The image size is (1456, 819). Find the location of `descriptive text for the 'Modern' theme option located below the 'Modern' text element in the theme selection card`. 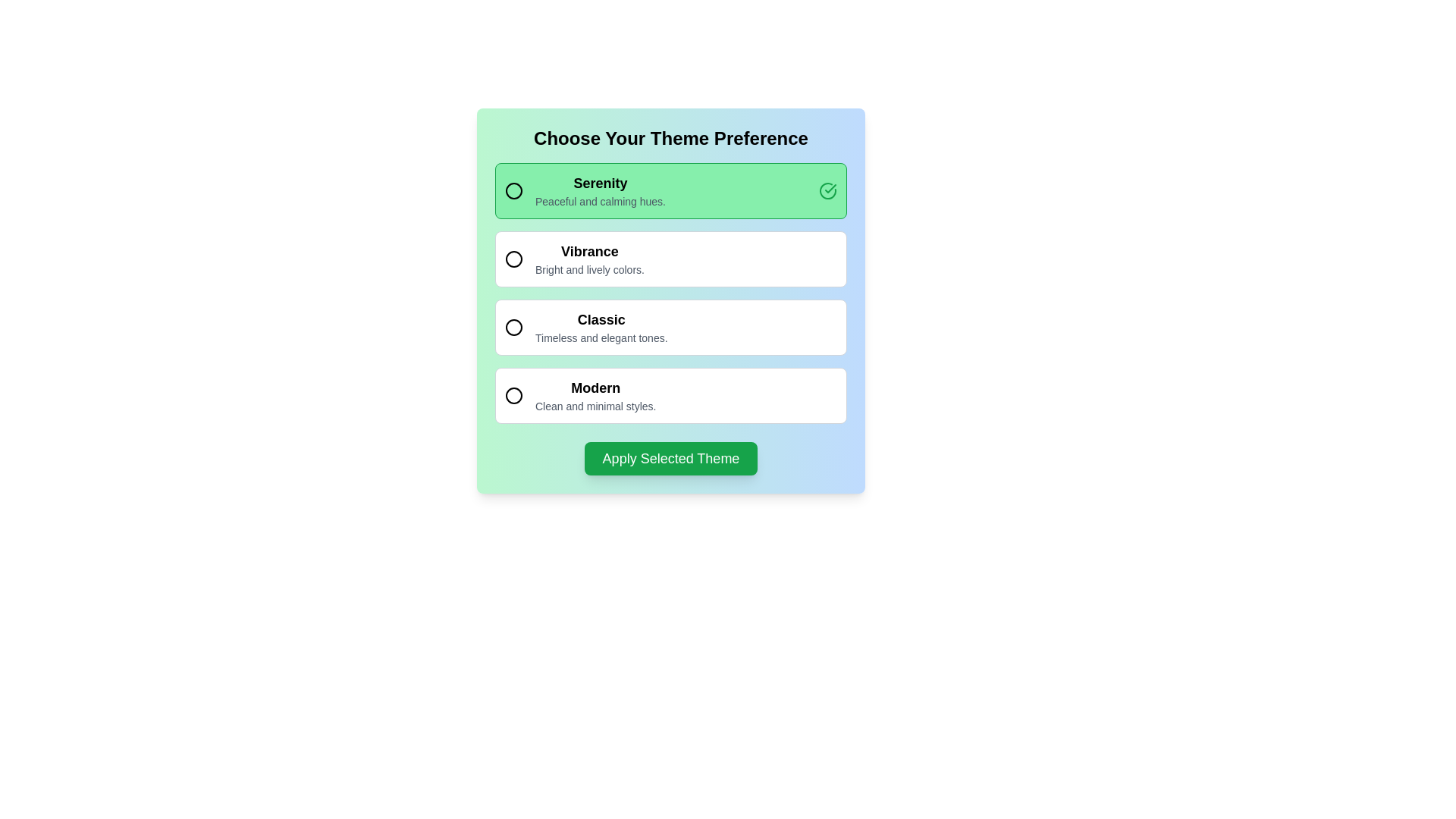

descriptive text for the 'Modern' theme option located below the 'Modern' text element in the theme selection card is located at coordinates (595, 406).